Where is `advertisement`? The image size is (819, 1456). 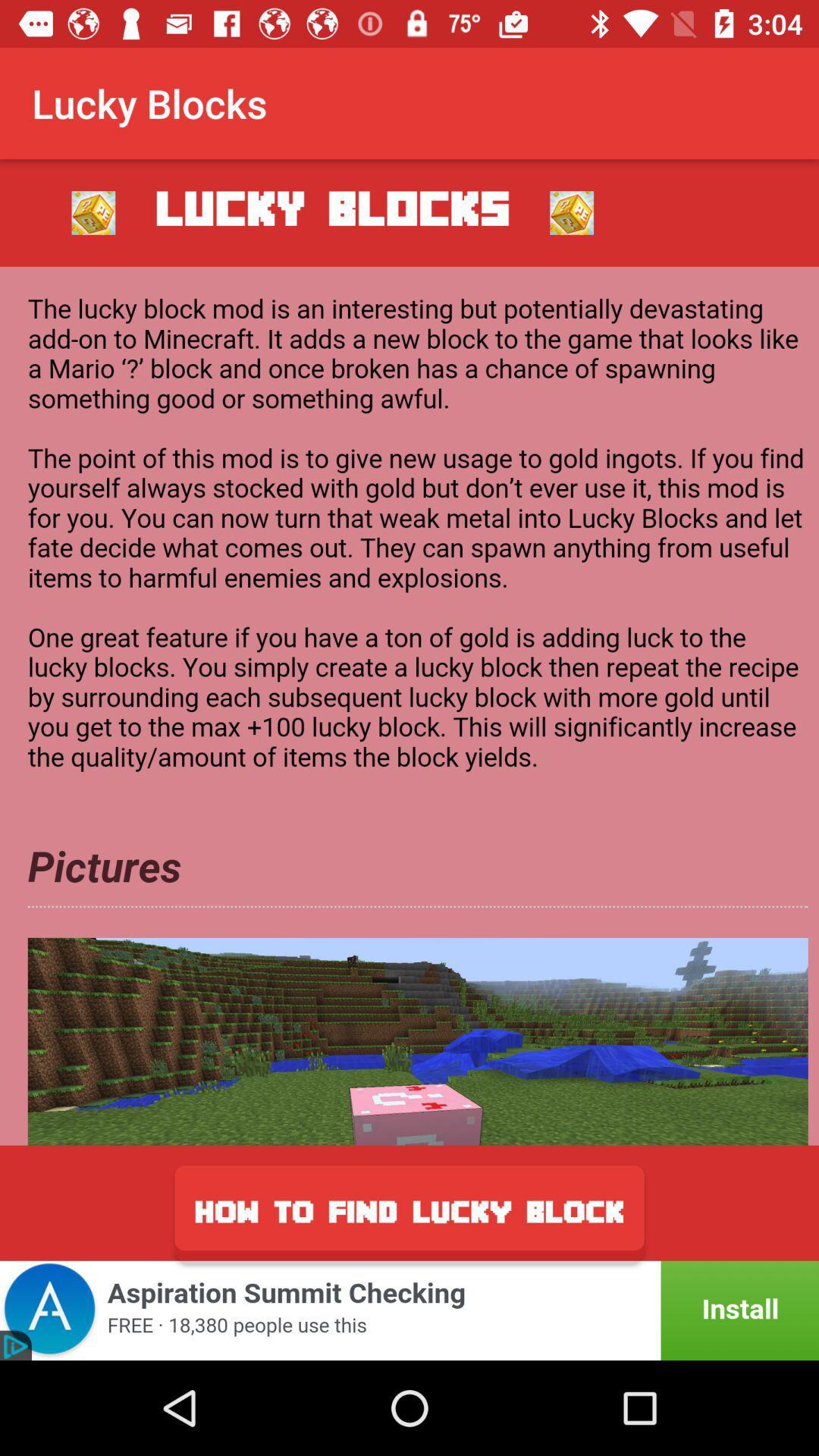 advertisement is located at coordinates (409, 705).